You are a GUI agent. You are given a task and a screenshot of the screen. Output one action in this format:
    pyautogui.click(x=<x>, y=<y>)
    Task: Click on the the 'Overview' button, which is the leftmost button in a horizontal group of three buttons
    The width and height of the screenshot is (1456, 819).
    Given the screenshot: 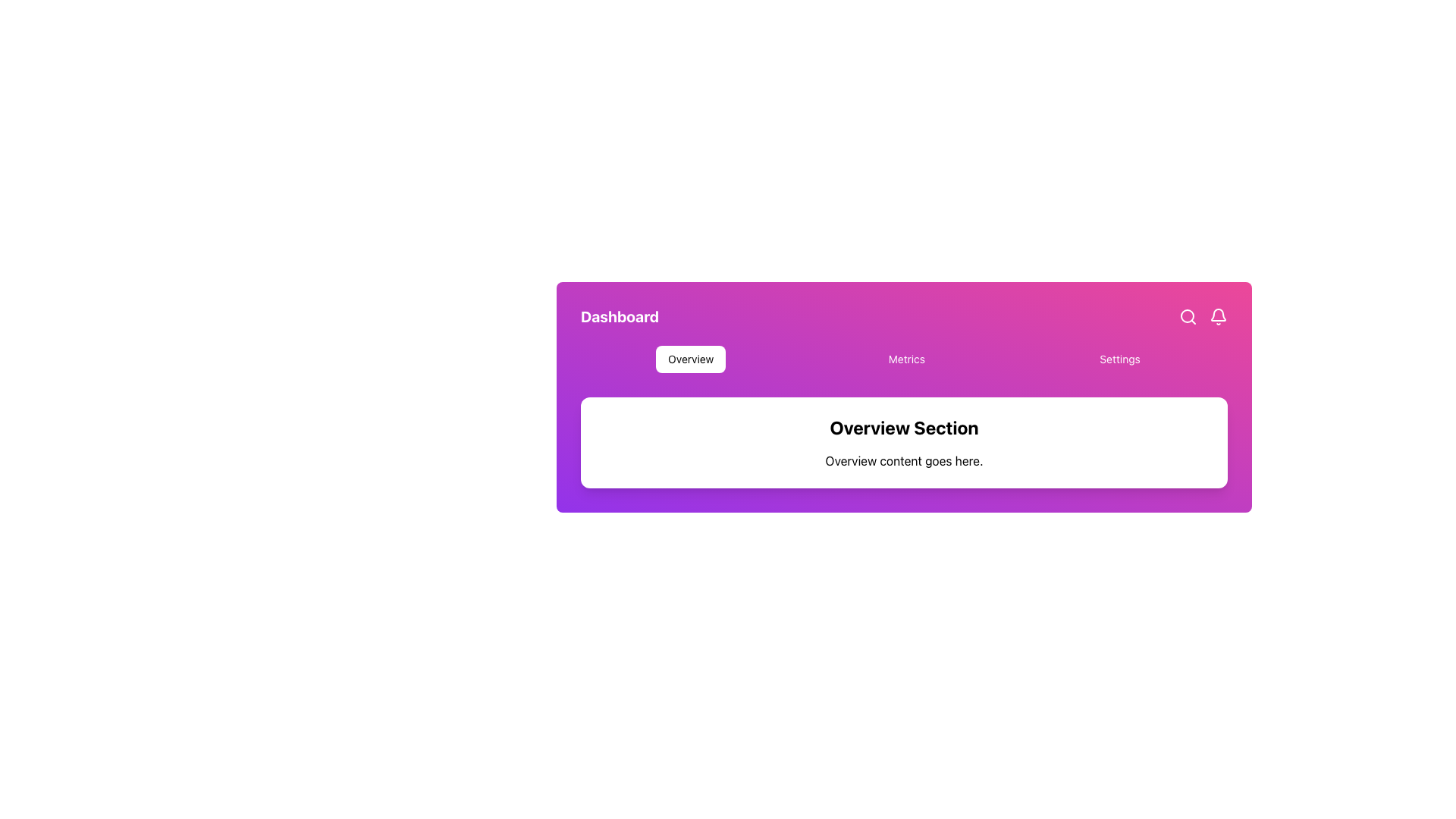 What is the action you would take?
    pyautogui.click(x=690, y=359)
    